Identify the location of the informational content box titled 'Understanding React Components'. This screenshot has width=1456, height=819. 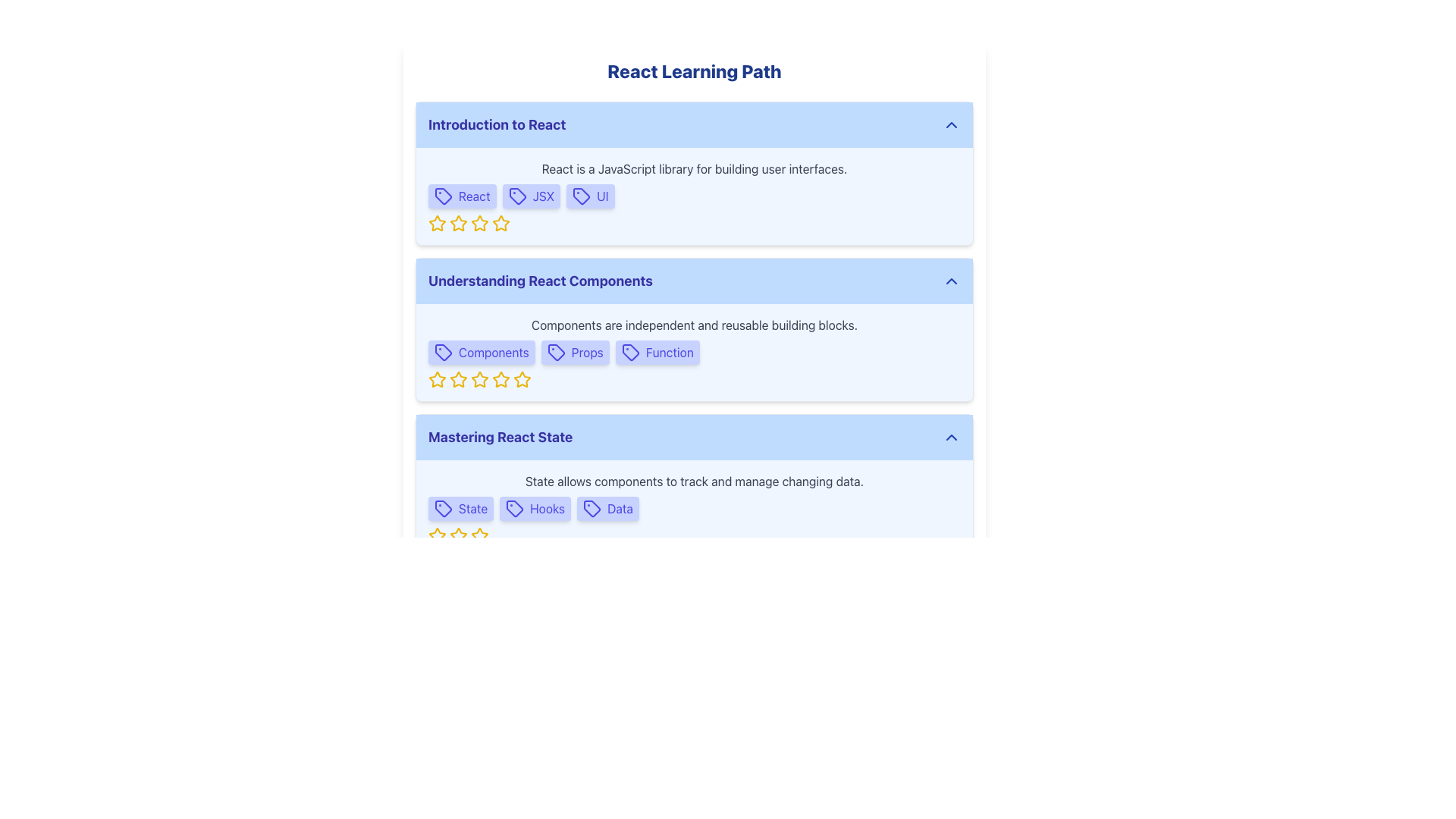
(694, 329).